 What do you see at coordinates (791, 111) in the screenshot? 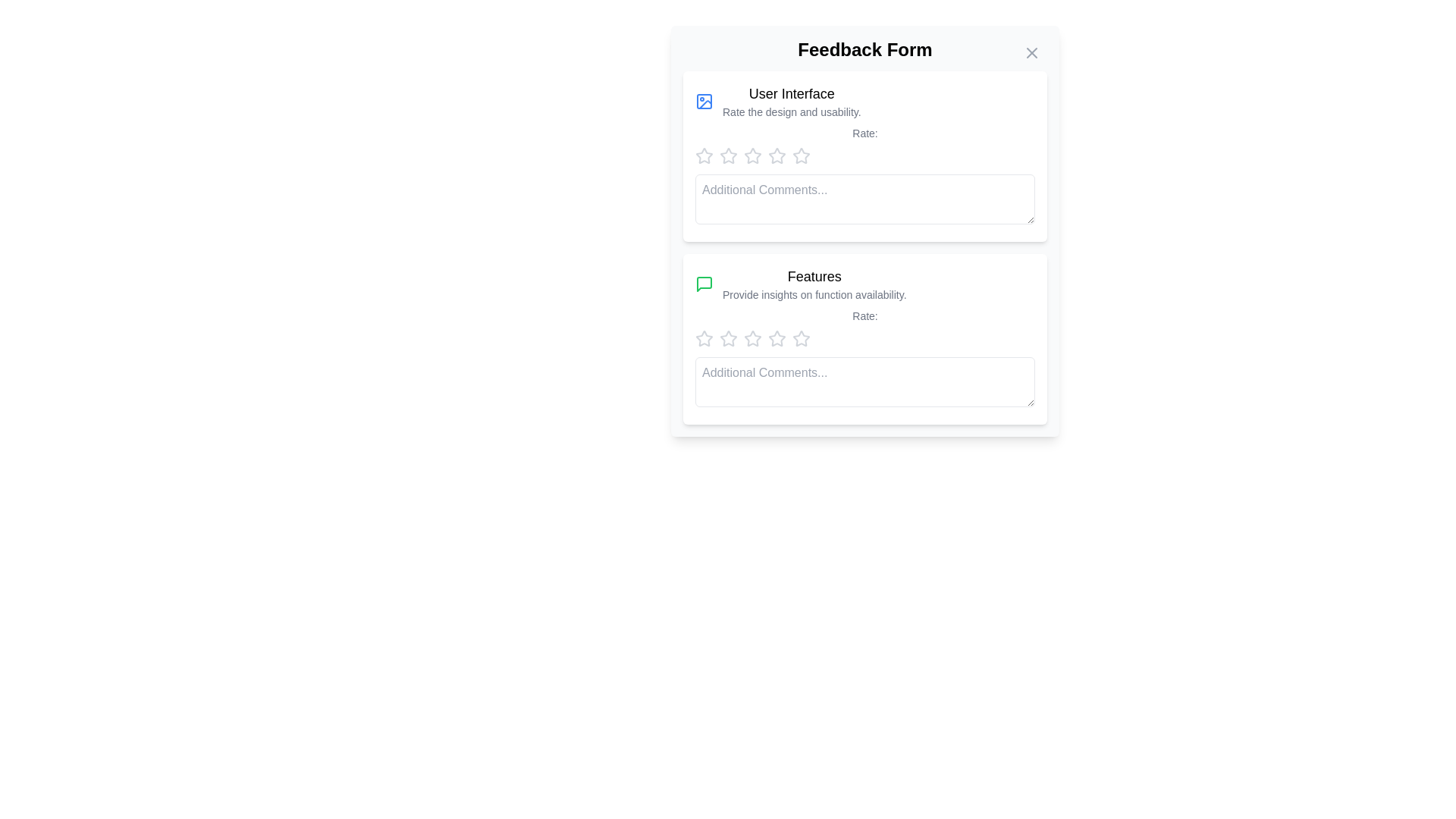
I see `the text element that reads 'Rate the design and usability.' which is styled in gray and positioned directly beneath the 'User Interface' heading within the 'Feedback Form' dialog` at bounding box center [791, 111].